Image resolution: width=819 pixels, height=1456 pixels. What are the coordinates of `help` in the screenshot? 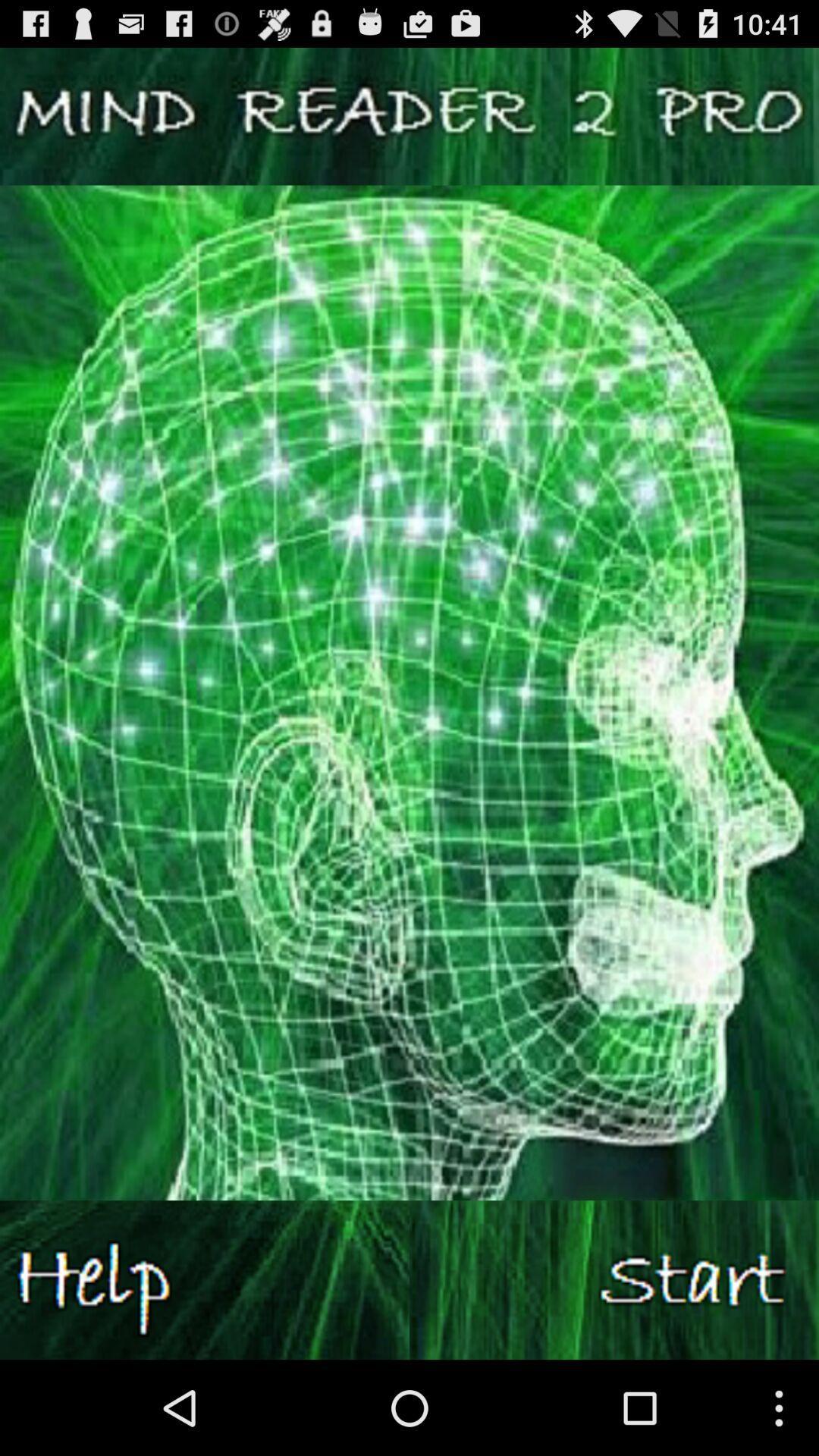 It's located at (205, 1279).